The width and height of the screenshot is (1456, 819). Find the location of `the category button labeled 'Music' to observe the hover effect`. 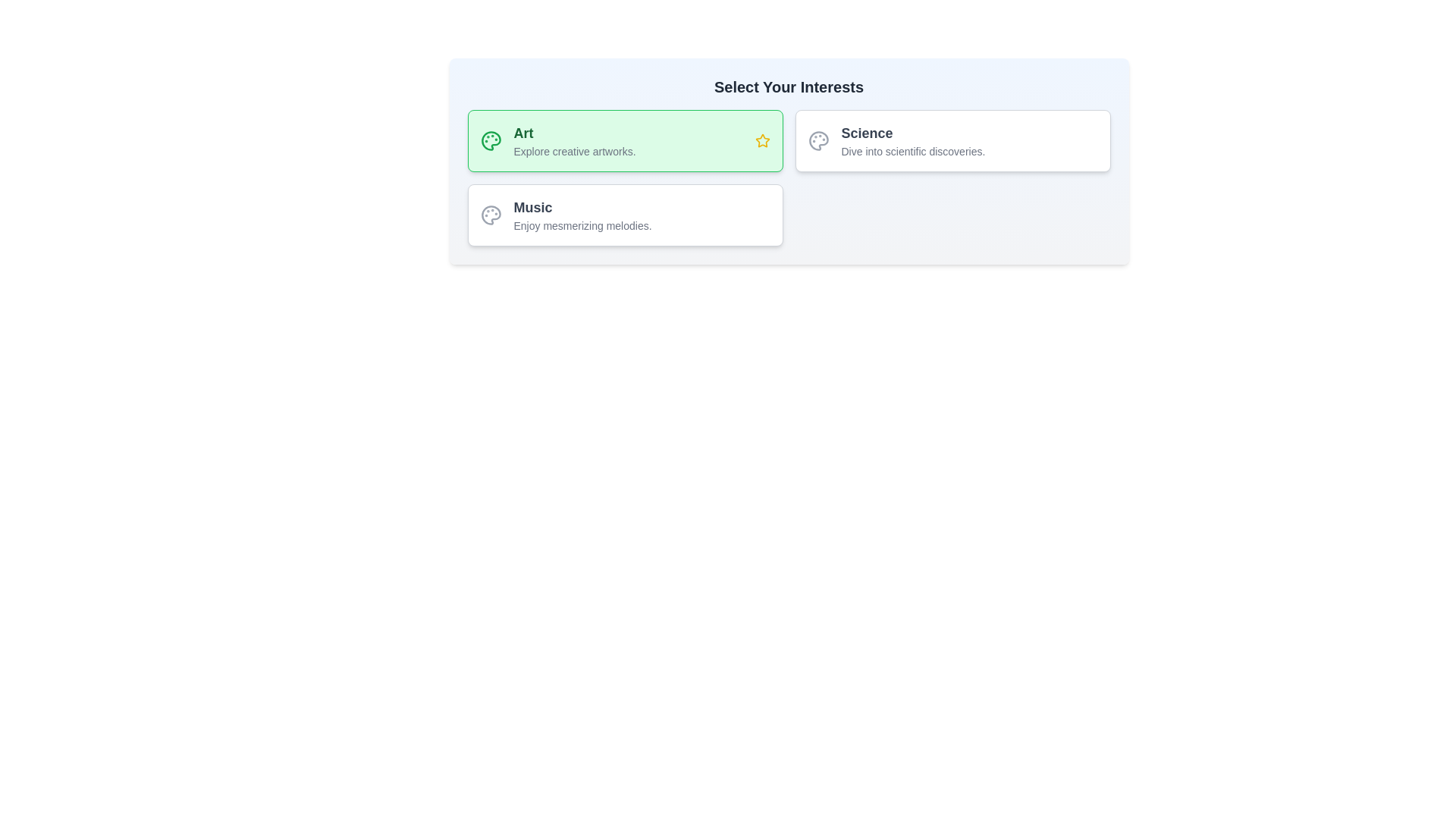

the category button labeled 'Music' to observe the hover effect is located at coordinates (625, 215).